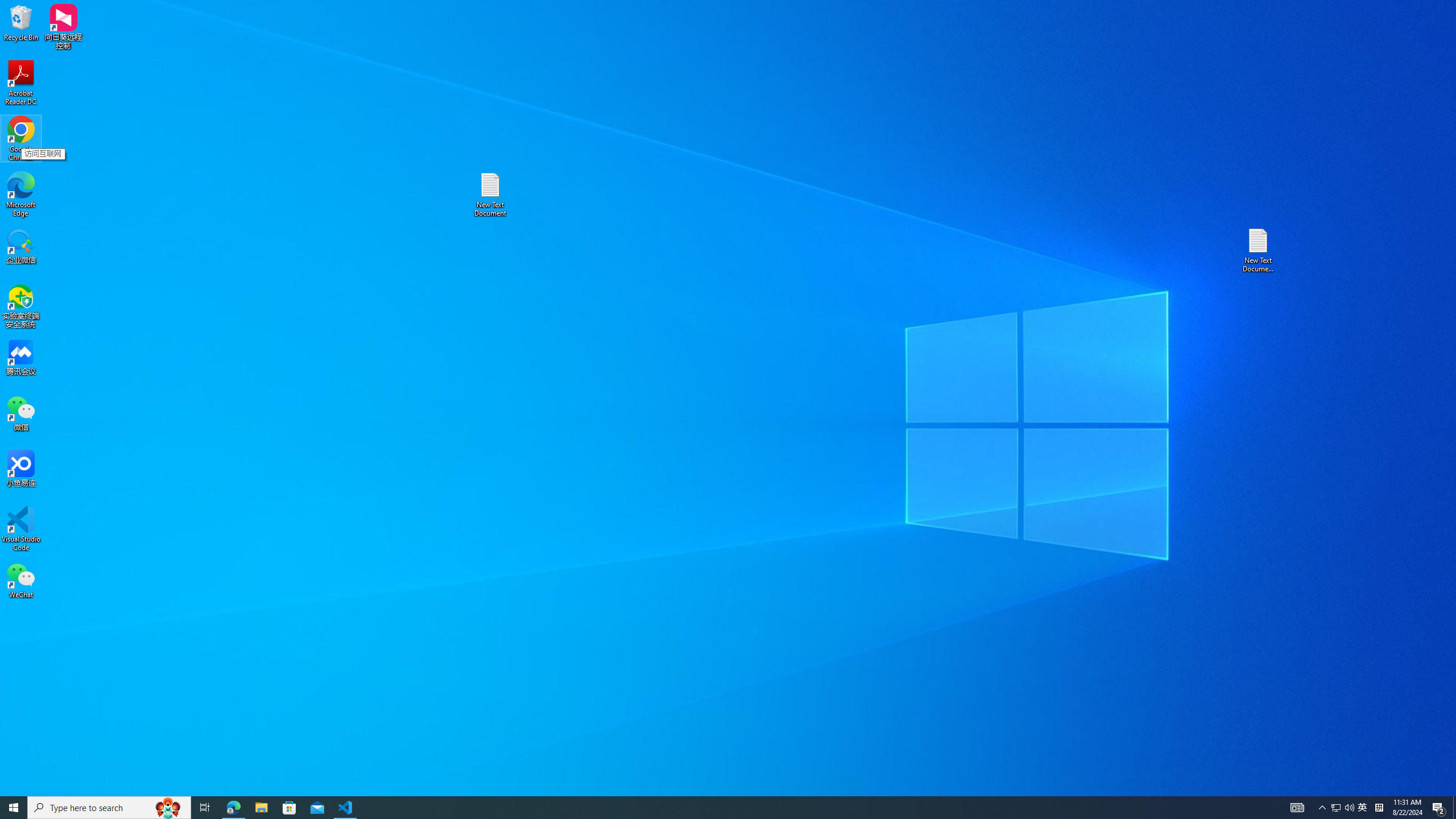 The image size is (1456, 819). What do you see at coordinates (1454, 806) in the screenshot?
I see `'Show desktop'` at bounding box center [1454, 806].